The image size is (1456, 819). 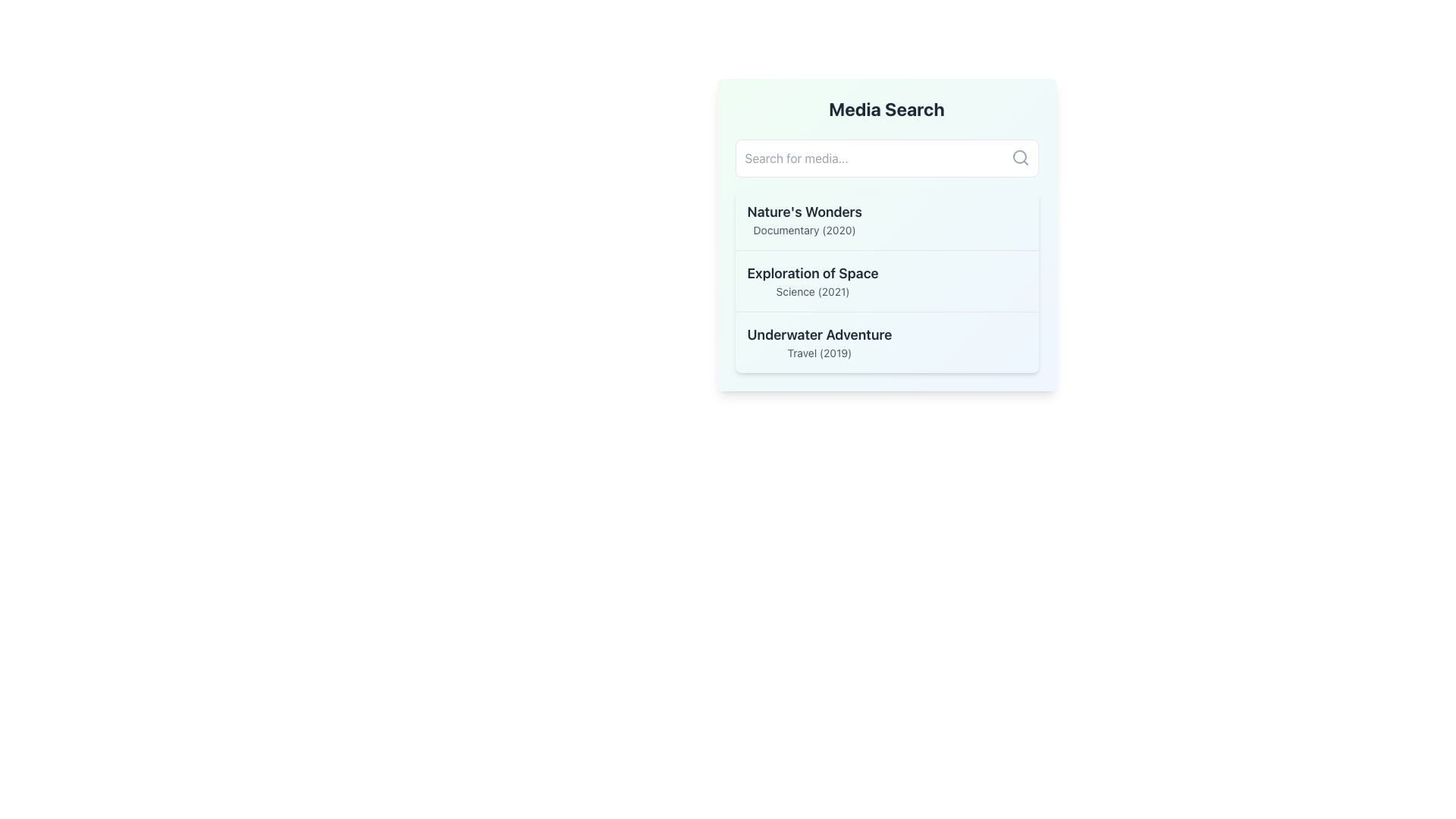 What do you see at coordinates (818, 342) in the screenshot?
I see `the third list item titled 'Underwater Adventure' in the 'Media Search' interface` at bounding box center [818, 342].